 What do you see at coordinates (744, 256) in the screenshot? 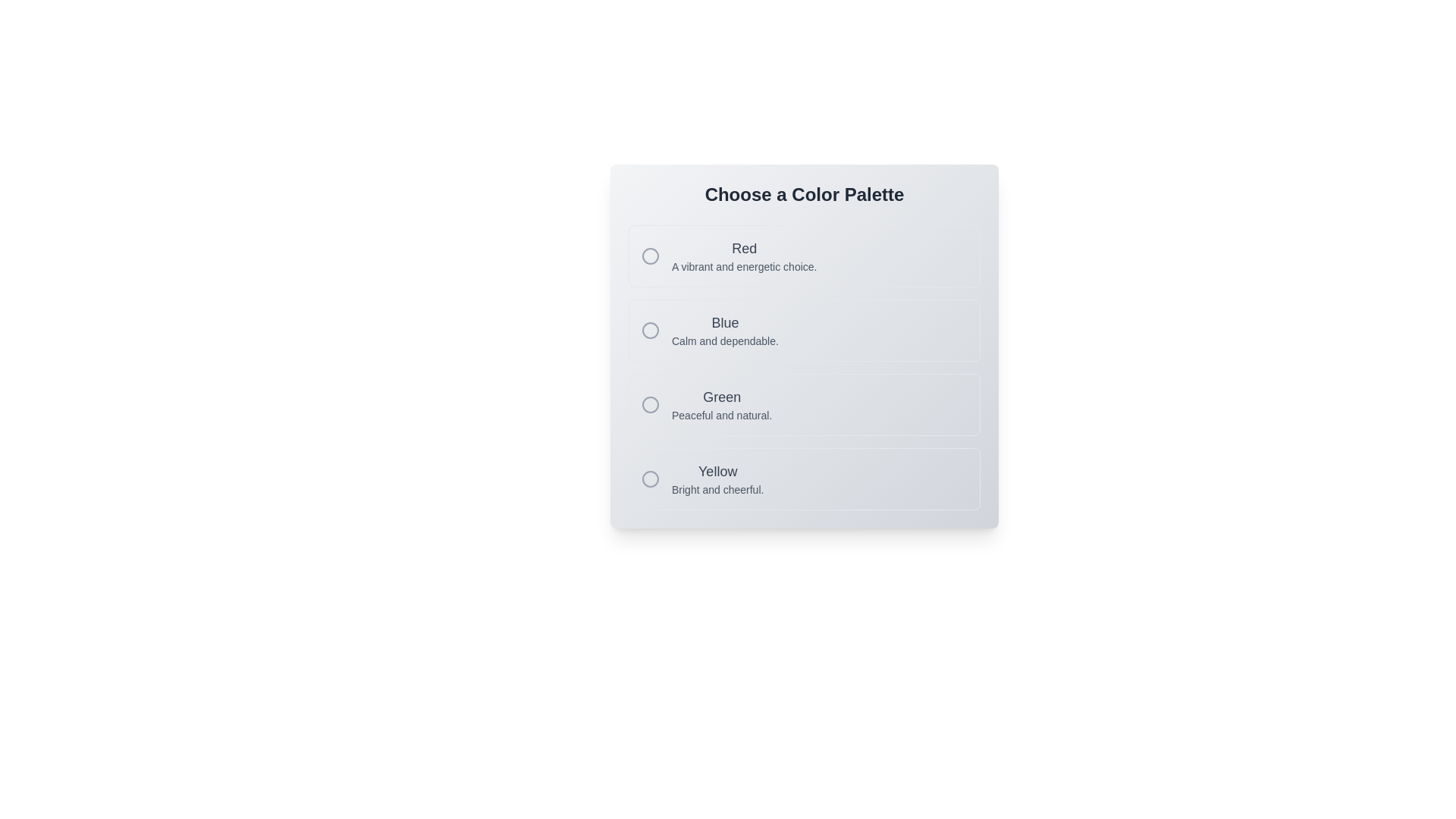
I see `to select the first list item option labeled 'Red', which features bold text and a description underneath` at bounding box center [744, 256].